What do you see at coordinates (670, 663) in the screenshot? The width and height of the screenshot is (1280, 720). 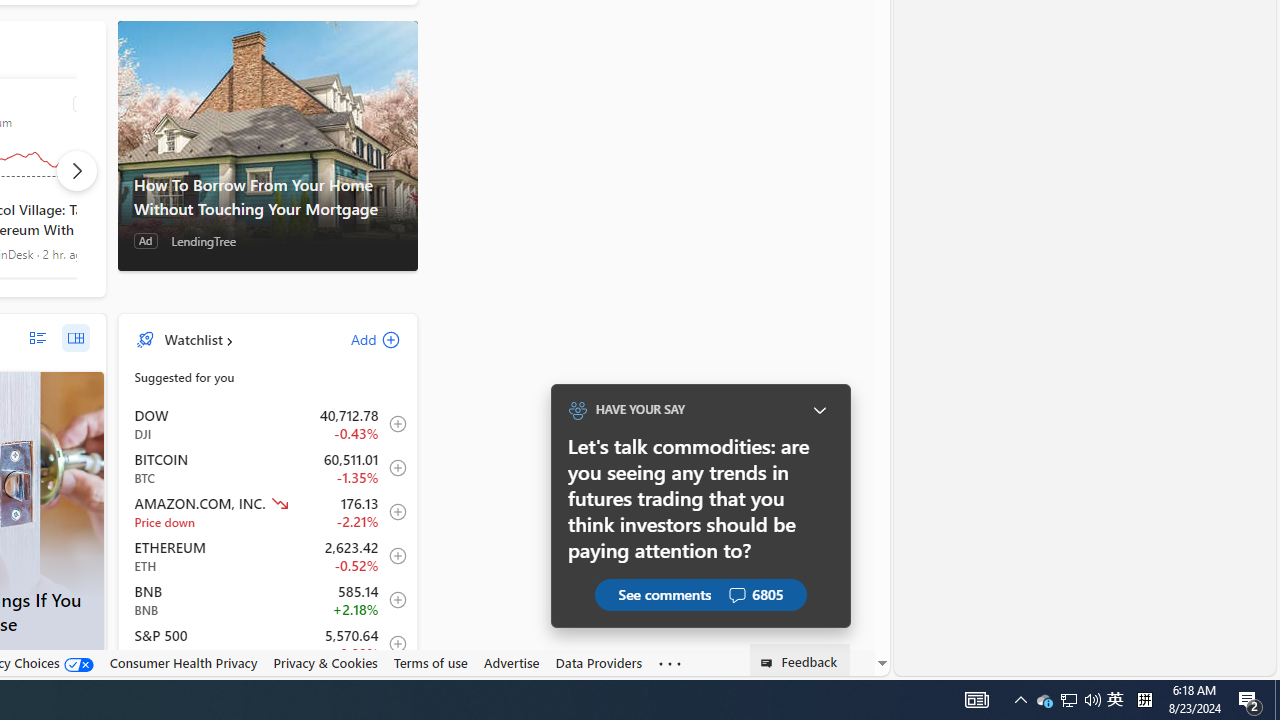 I see `'Class: oneFooter_seeMore-DS-EntryPoint1-1'` at bounding box center [670, 663].